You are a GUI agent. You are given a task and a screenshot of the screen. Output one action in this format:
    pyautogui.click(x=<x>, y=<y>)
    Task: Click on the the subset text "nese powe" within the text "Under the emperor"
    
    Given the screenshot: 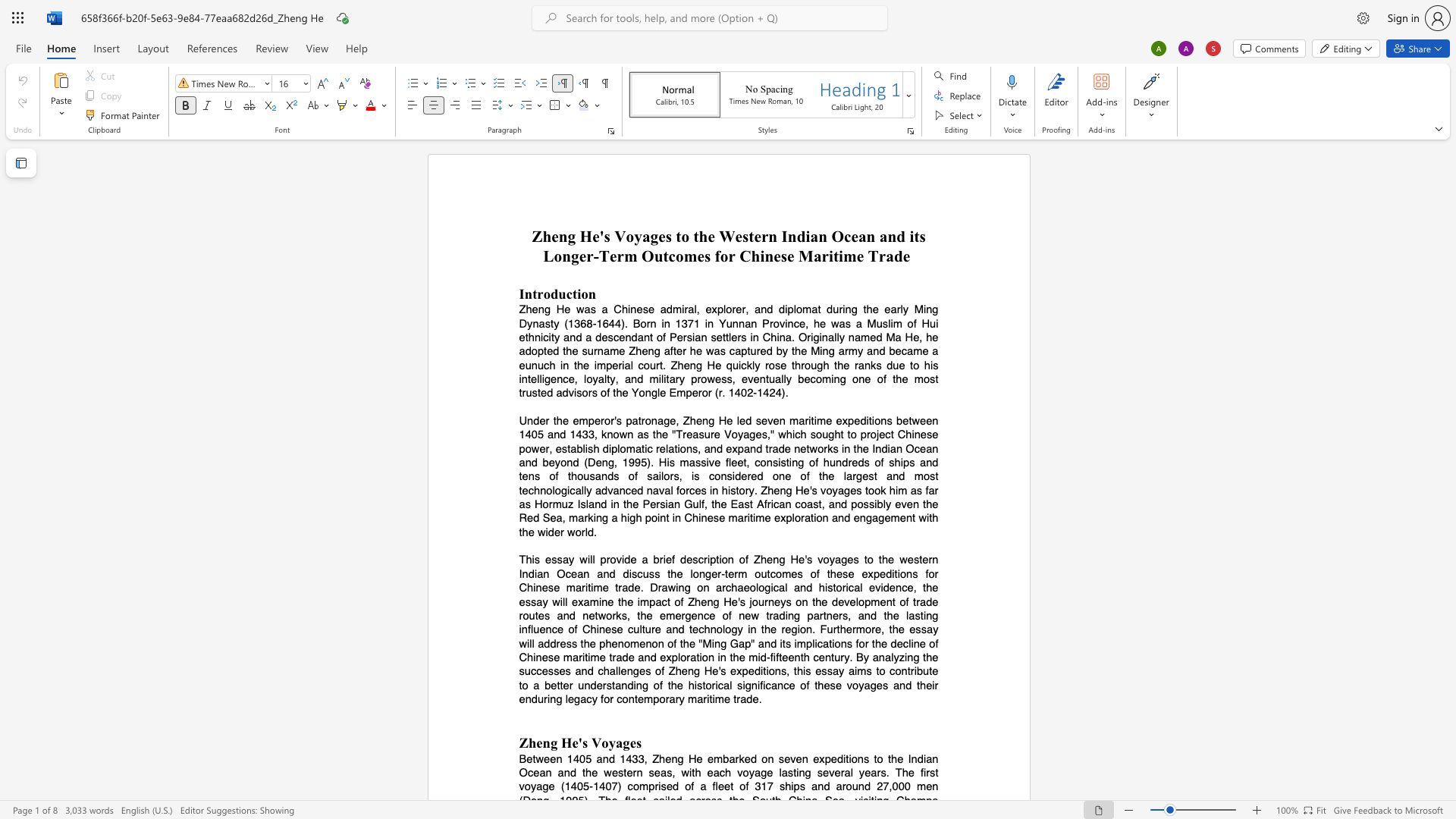 What is the action you would take?
    pyautogui.click(x=913, y=435)
    